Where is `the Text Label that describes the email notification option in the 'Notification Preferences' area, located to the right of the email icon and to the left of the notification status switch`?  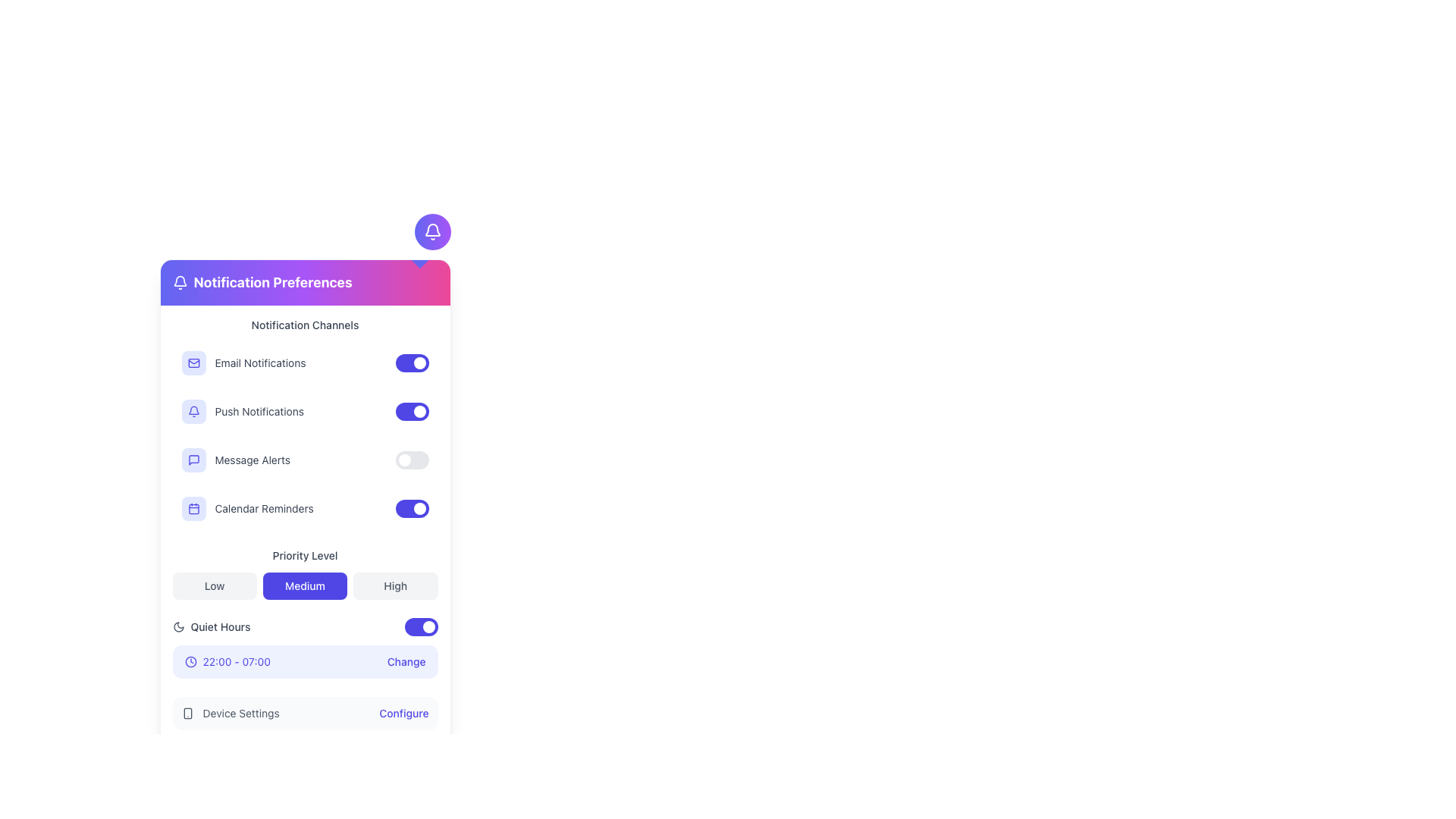
the Text Label that describes the email notification option in the 'Notification Preferences' area, located to the right of the email icon and to the left of the notification status switch is located at coordinates (260, 362).